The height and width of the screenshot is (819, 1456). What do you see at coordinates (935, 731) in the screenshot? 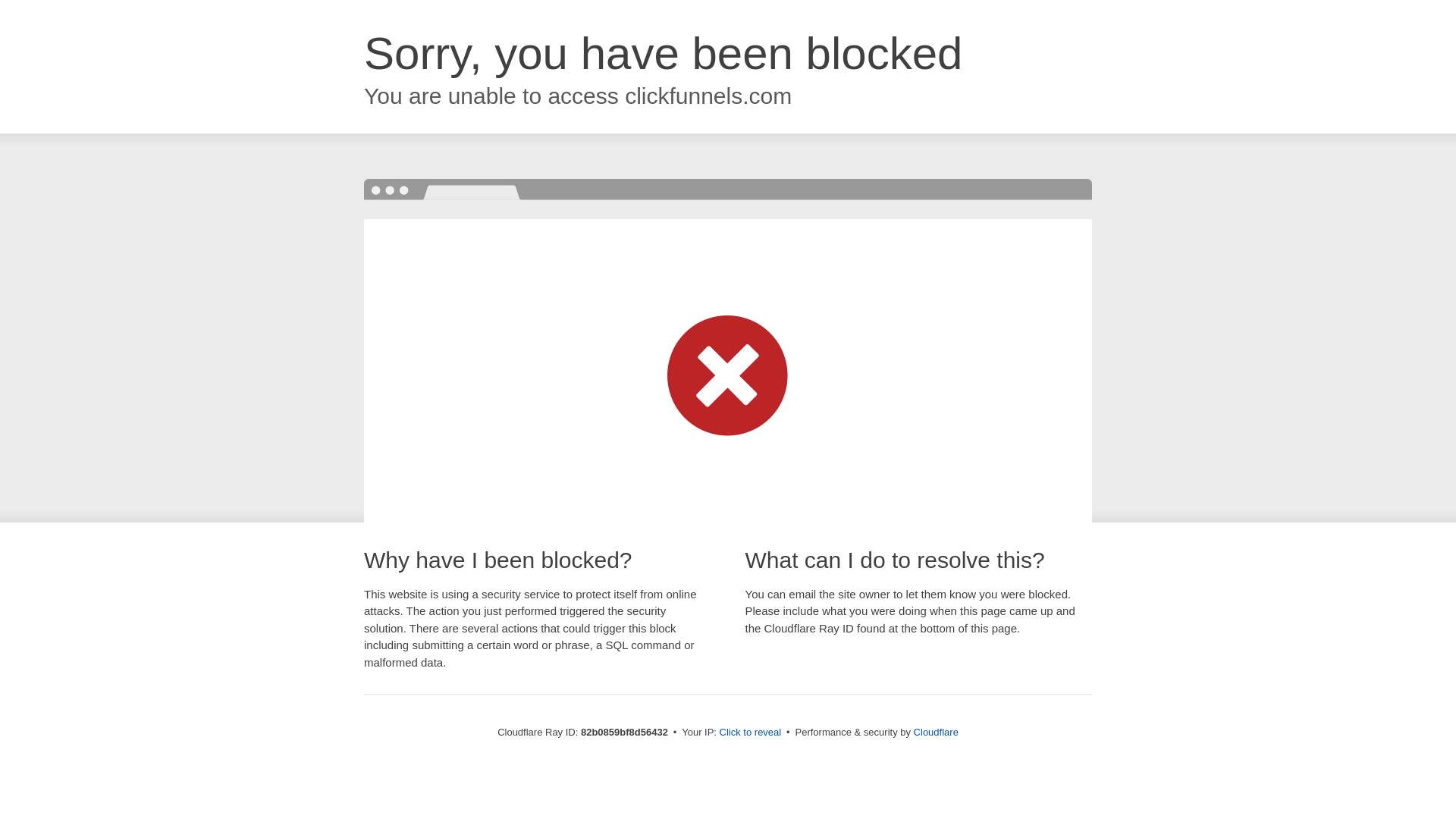
I see `'Cloudflare'` at bounding box center [935, 731].